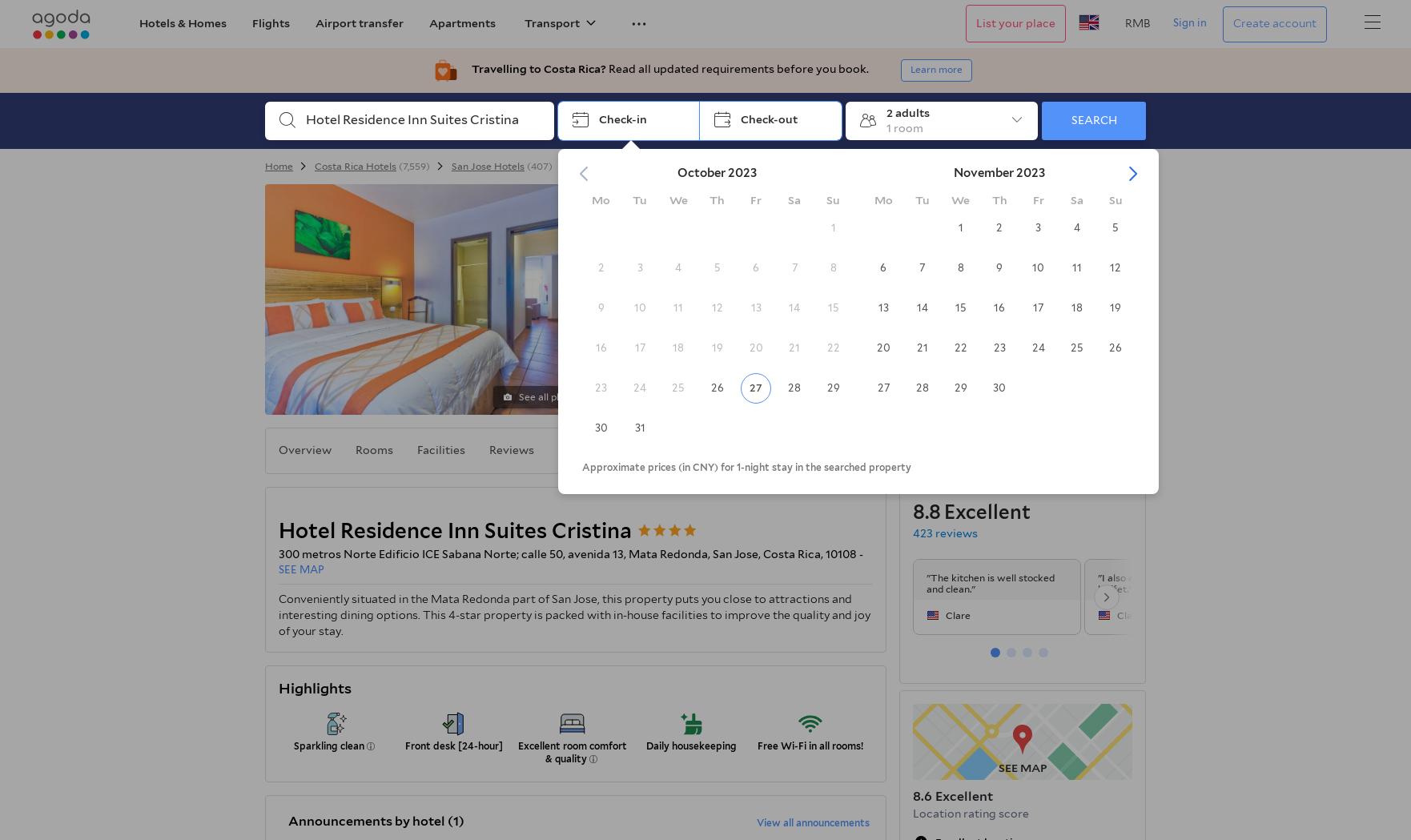 This screenshot has height=840, width=1411. What do you see at coordinates (971, 813) in the screenshot?
I see `'Location rating score'` at bounding box center [971, 813].